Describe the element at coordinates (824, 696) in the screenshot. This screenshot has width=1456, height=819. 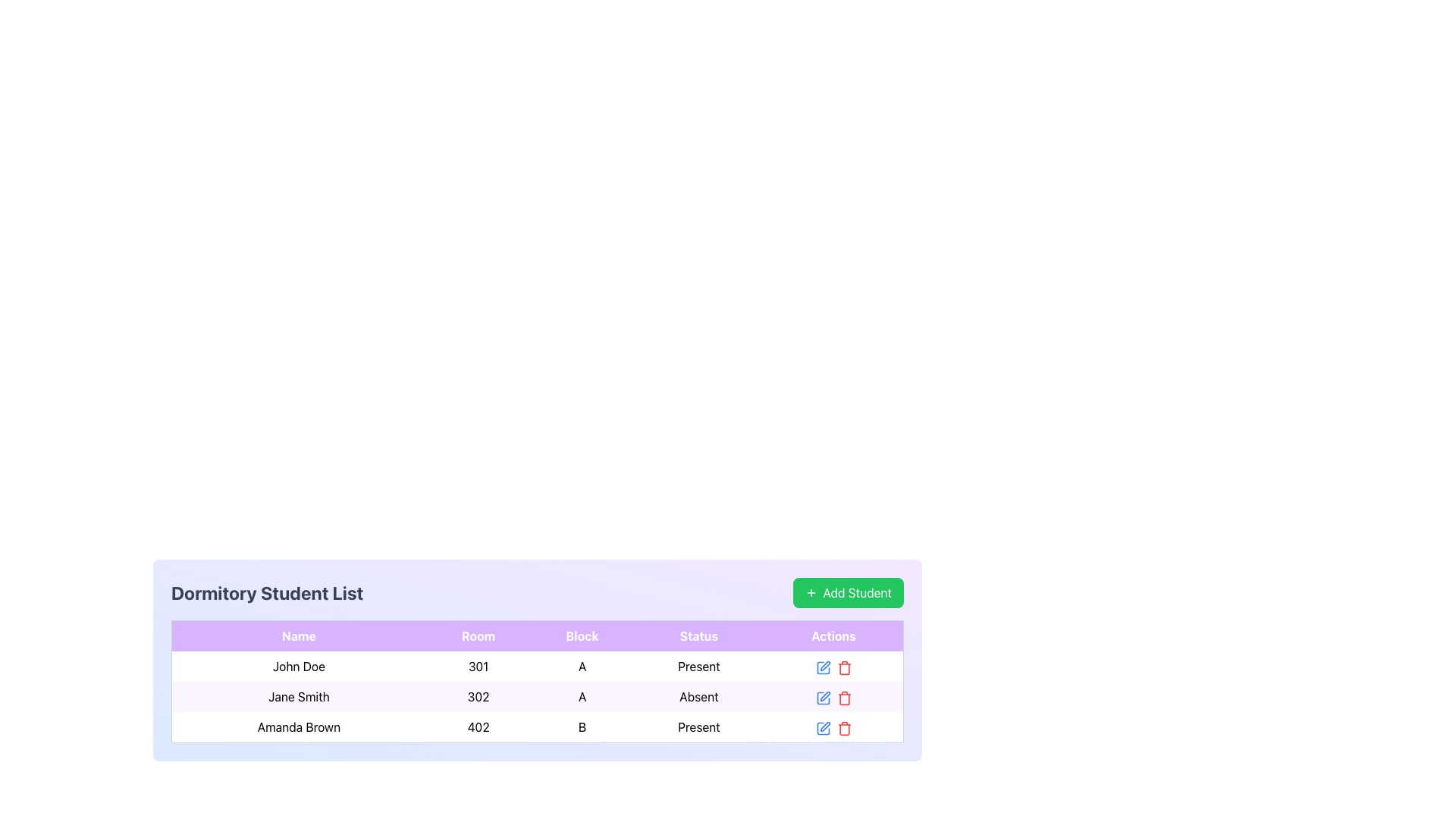
I see `the Icon Button in the second row of the table under the 'Actions' column` at that location.